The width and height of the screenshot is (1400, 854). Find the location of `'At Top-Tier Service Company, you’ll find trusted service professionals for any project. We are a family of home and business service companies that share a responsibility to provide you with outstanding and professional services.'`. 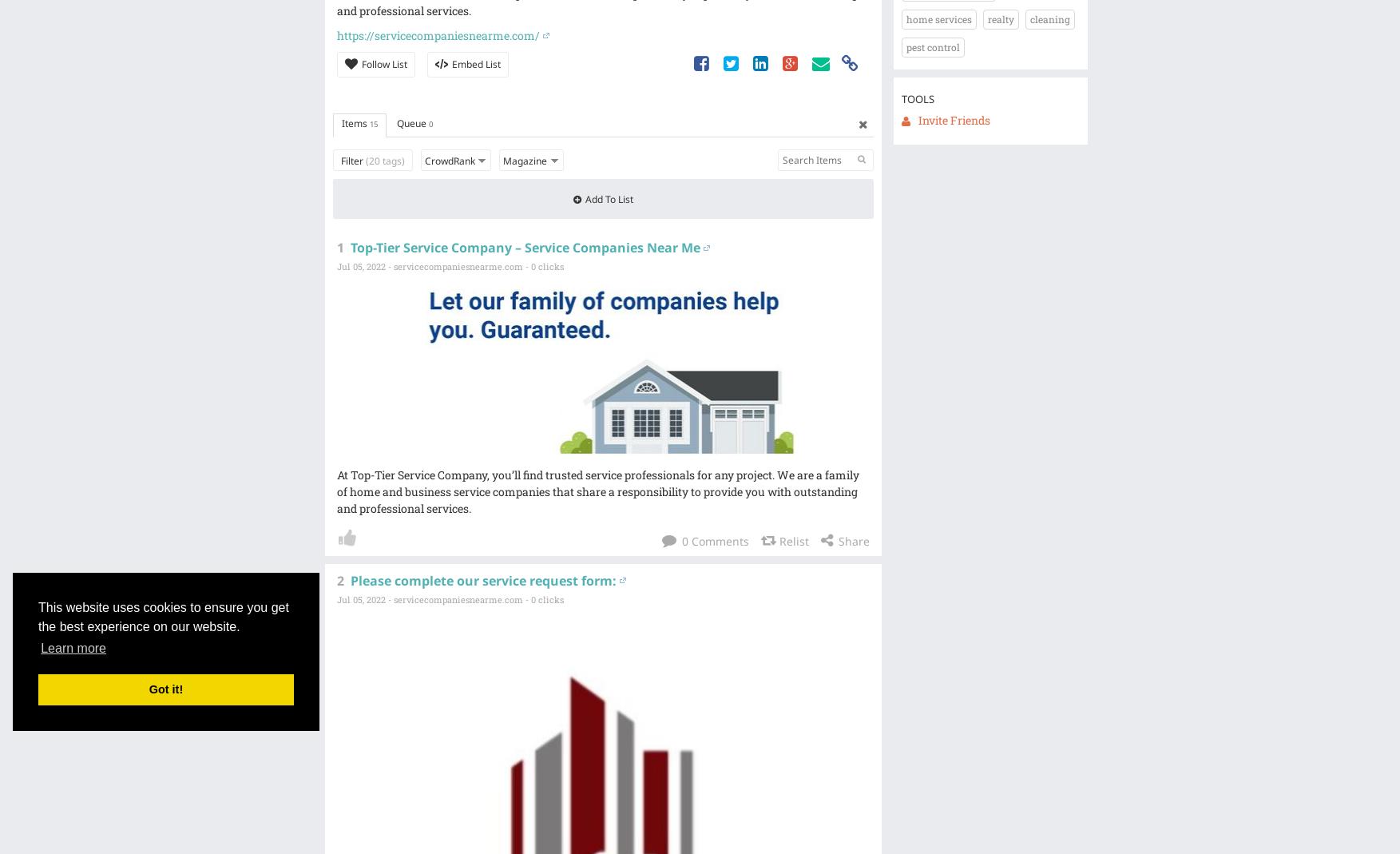

'At Top-Tier Service Company, you’ll find trusted service professionals for any project. We are a family of home and business service companies that share a responsibility to provide you with outstanding and professional services.' is located at coordinates (597, 491).